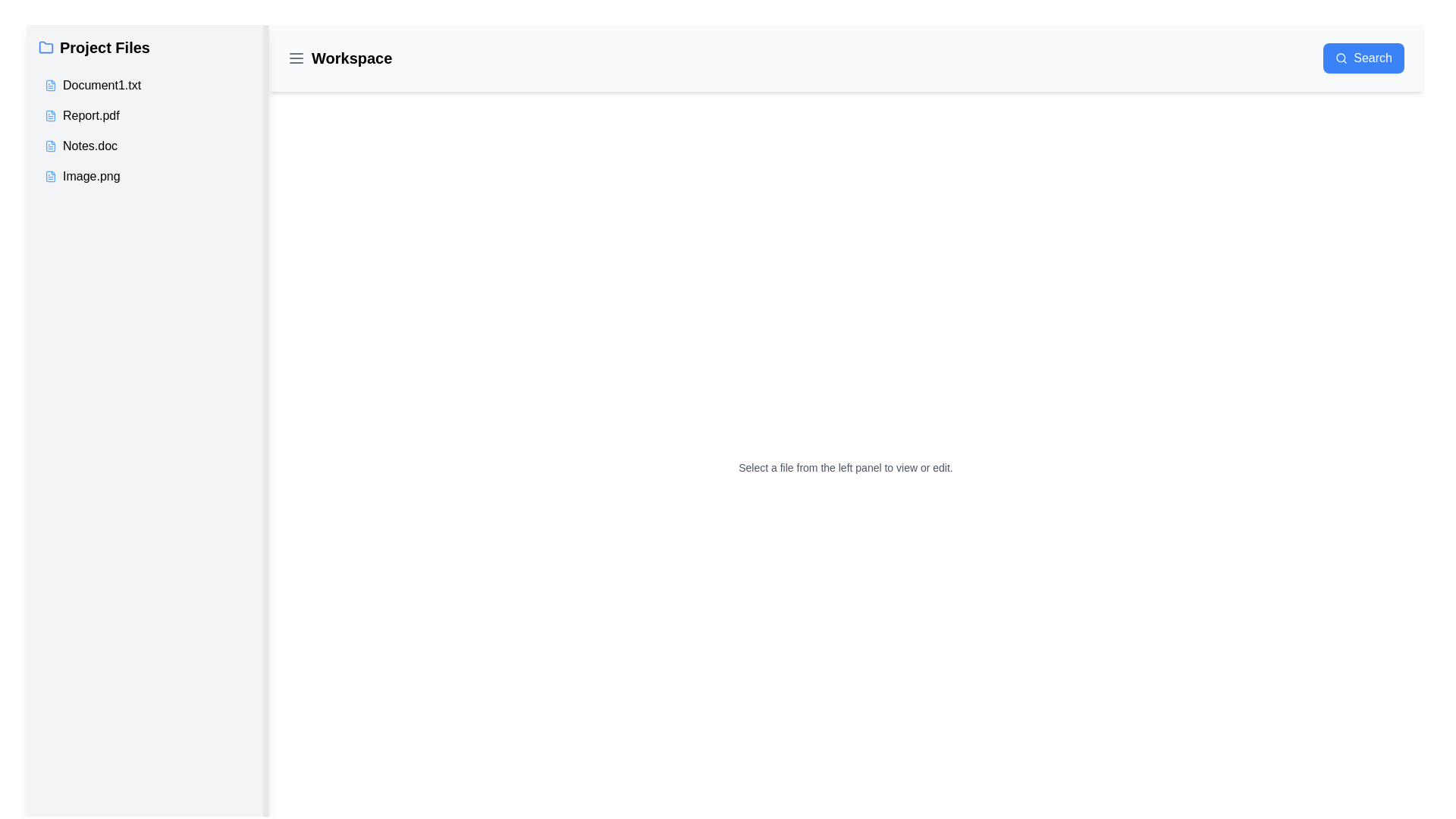 Image resolution: width=1456 pixels, height=819 pixels. I want to click on the icon button located at the top-left of the application interface, immediately left of the text label 'Workspace', so click(296, 58).